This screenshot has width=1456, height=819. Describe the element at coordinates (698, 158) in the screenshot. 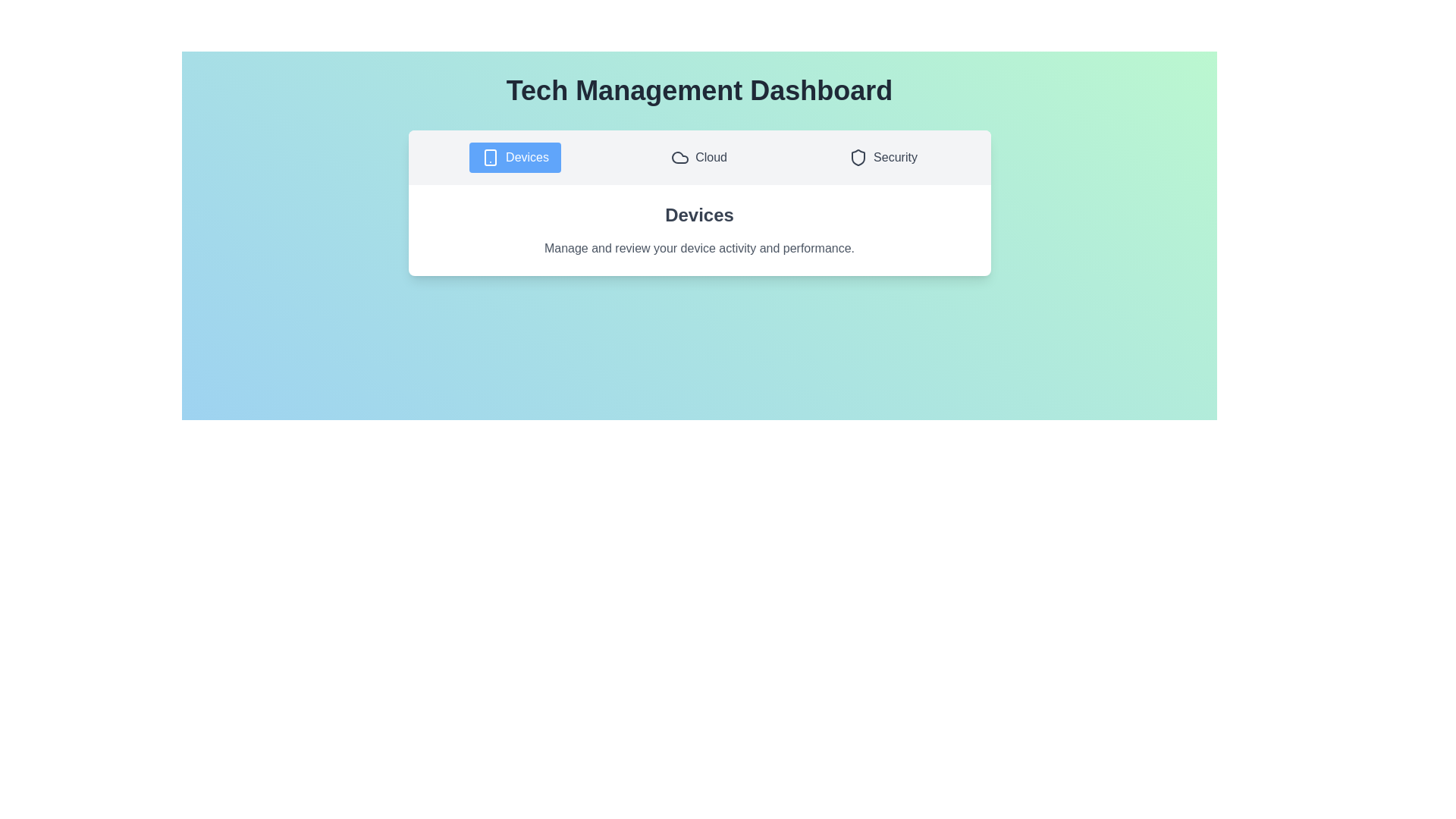

I see `the Cloud tab by clicking on it` at that location.